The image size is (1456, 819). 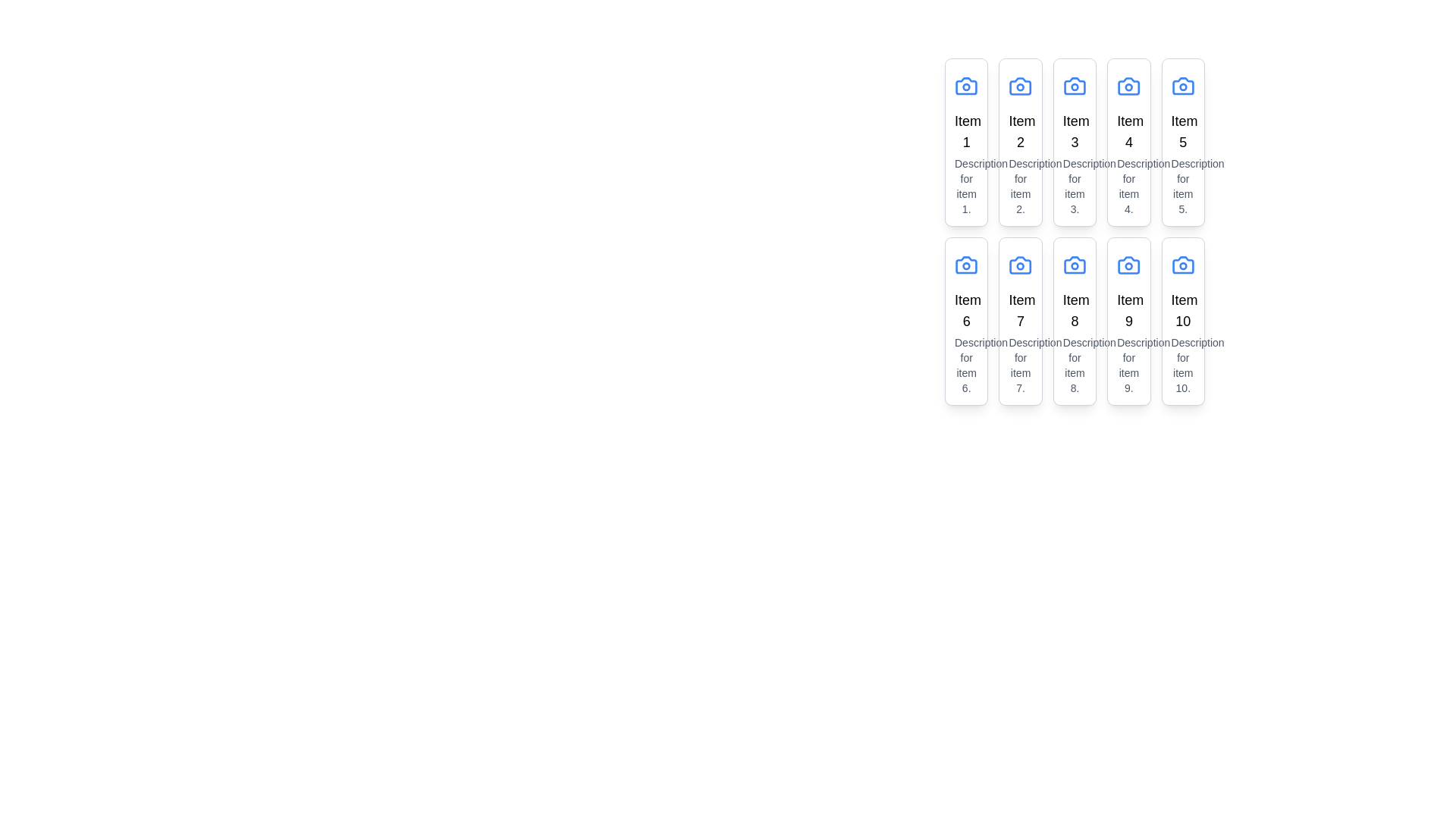 What do you see at coordinates (965, 130) in the screenshot?
I see `the static text label that serves as the title for the first card in the grid layout, located in the upper-left corner below the image icon` at bounding box center [965, 130].